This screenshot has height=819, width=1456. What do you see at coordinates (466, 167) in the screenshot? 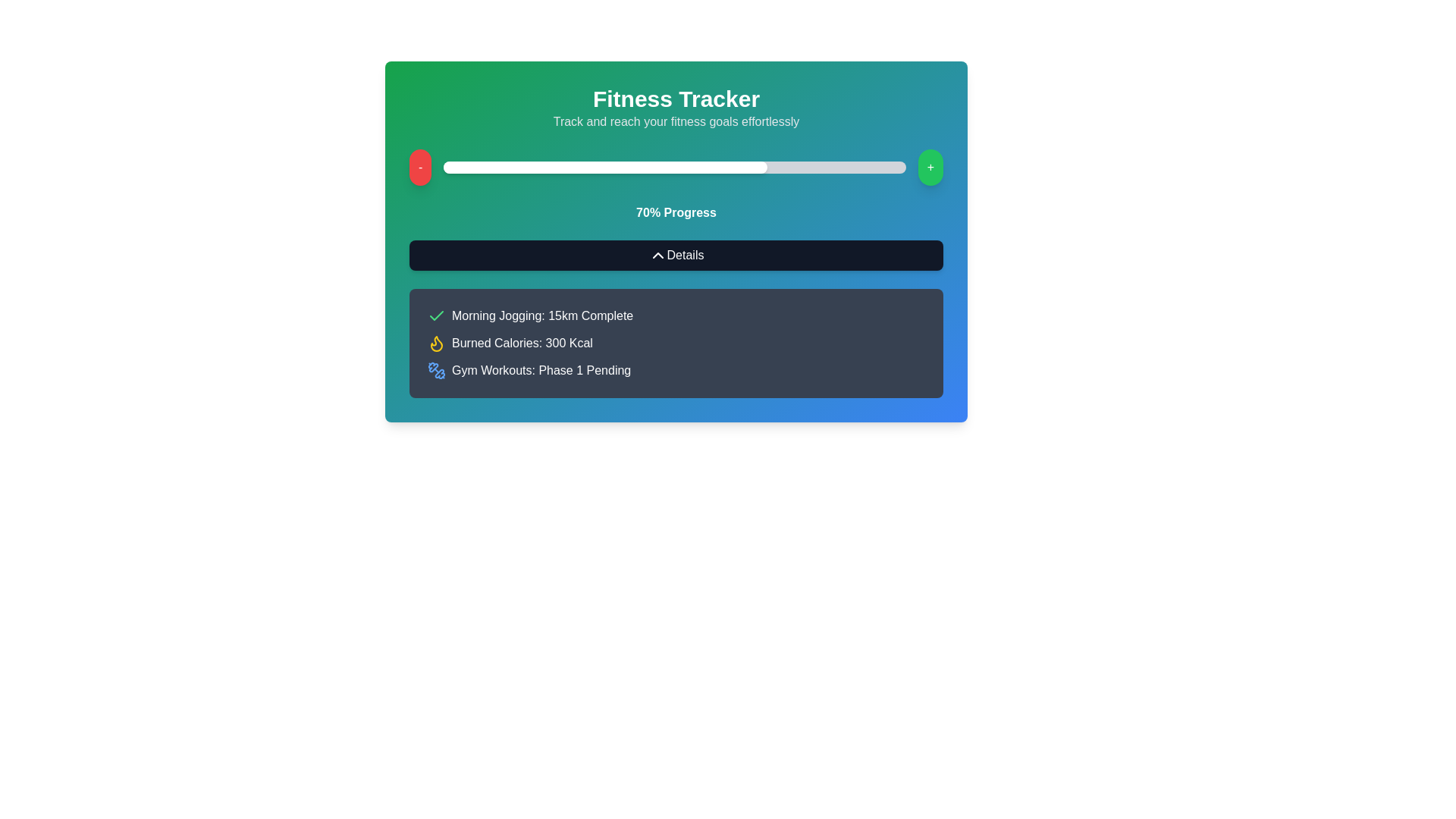
I see `progress` at bounding box center [466, 167].